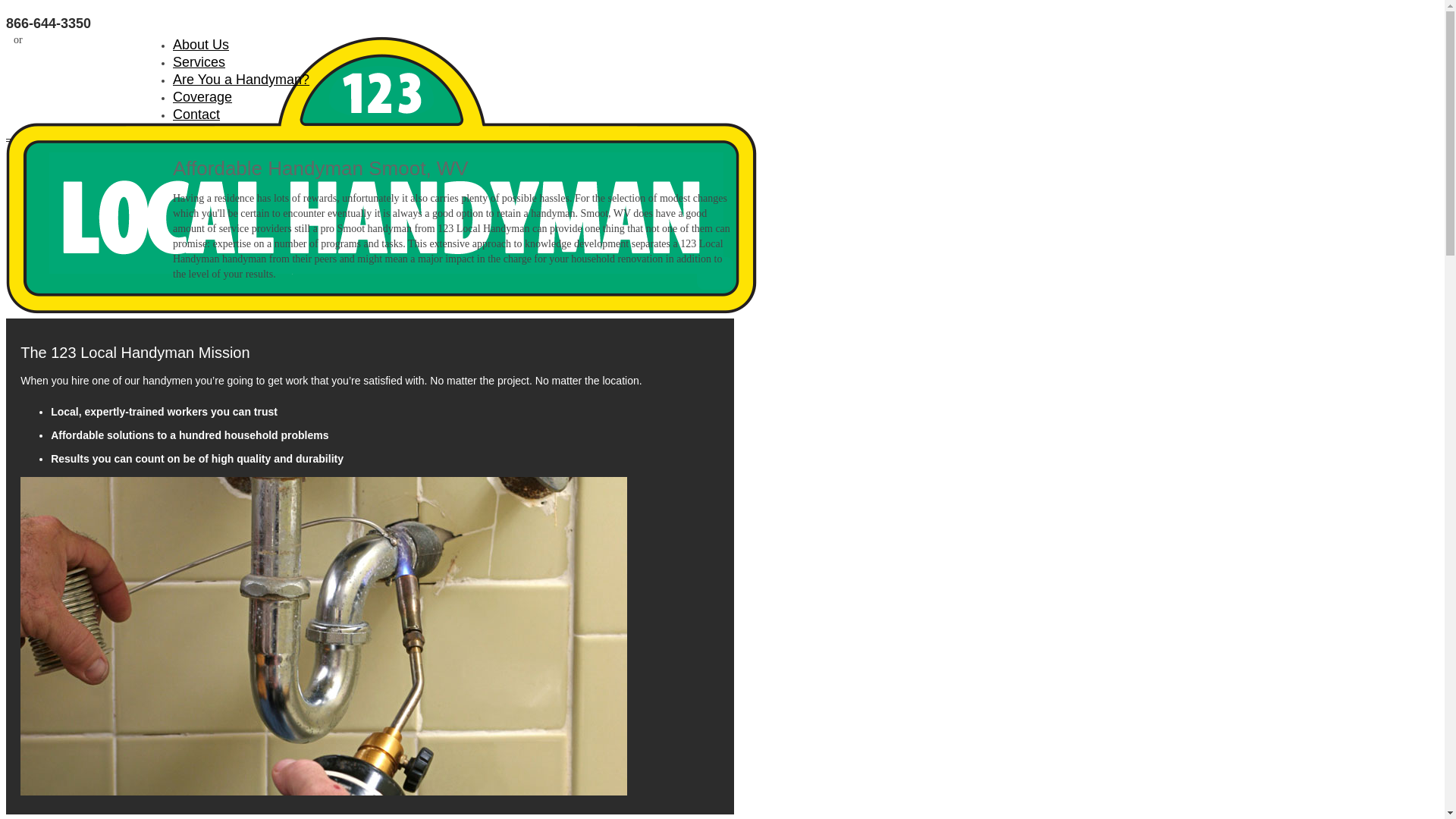  I want to click on '123 Local Handyman', so click(89, 177).